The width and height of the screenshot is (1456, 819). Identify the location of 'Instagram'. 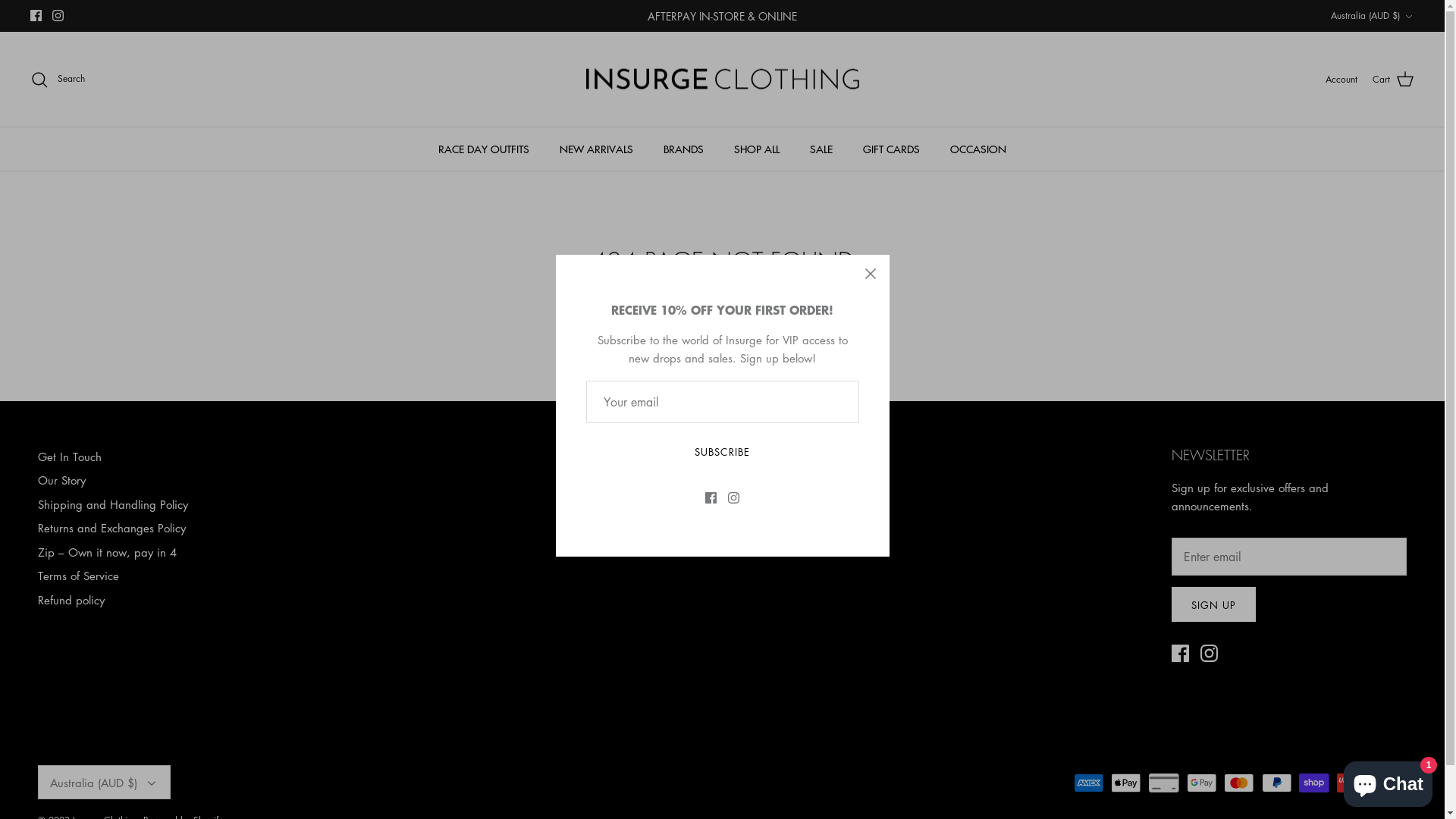
(58, 15).